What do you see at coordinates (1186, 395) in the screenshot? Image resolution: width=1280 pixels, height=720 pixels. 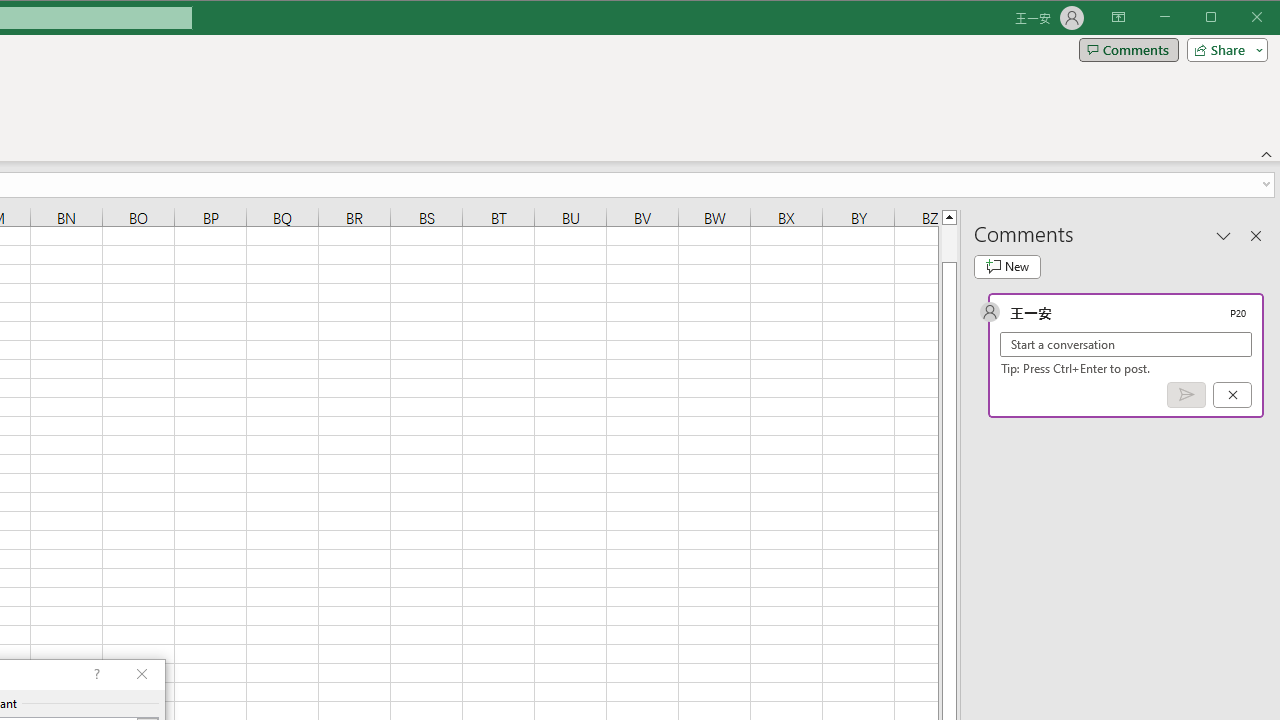 I see `'Post comment (Ctrl + Enter)'` at bounding box center [1186, 395].